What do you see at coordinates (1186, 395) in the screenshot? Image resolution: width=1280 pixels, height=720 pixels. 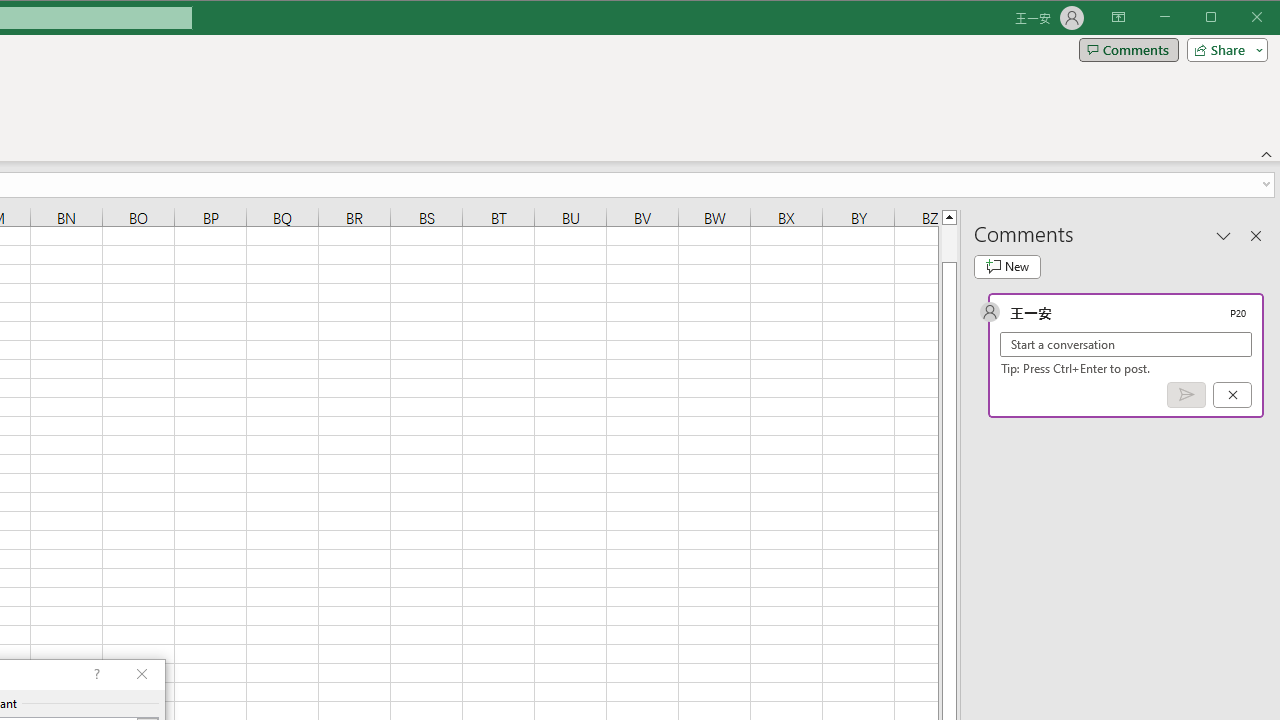 I see `'Post comment (Ctrl + Enter)'` at bounding box center [1186, 395].